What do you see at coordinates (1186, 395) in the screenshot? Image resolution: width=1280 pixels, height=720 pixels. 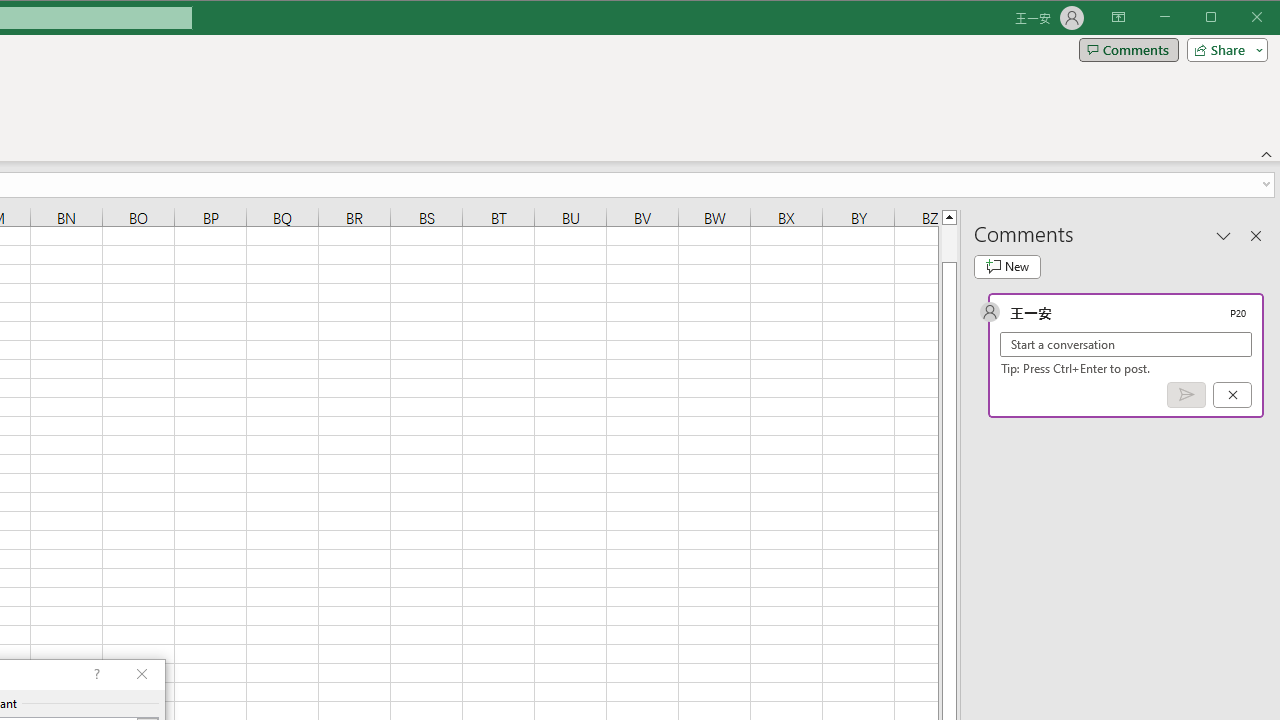 I see `'Post comment (Ctrl + Enter)'` at bounding box center [1186, 395].